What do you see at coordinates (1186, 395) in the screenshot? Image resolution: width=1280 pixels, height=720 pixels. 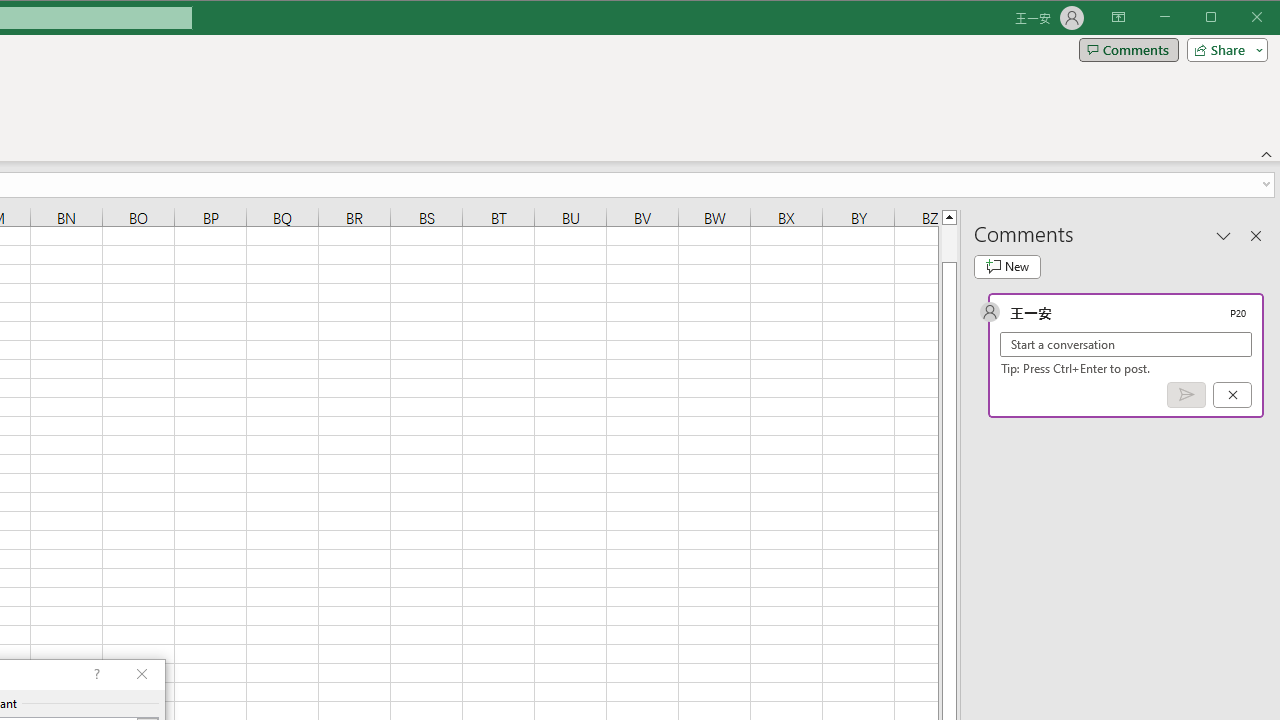 I see `'Post comment (Ctrl + Enter)'` at bounding box center [1186, 395].